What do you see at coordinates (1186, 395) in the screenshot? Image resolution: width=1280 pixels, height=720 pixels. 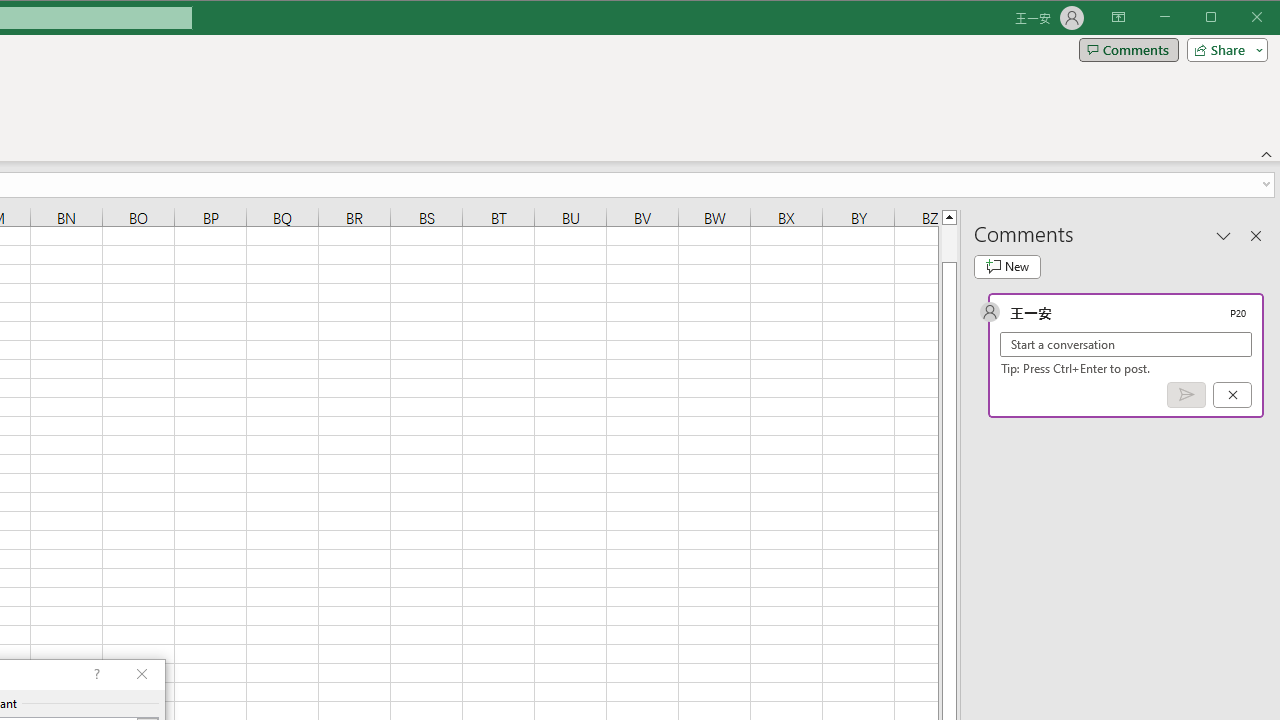 I see `'Post comment (Ctrl + Enter)'` at bounding box center [1186, 395].